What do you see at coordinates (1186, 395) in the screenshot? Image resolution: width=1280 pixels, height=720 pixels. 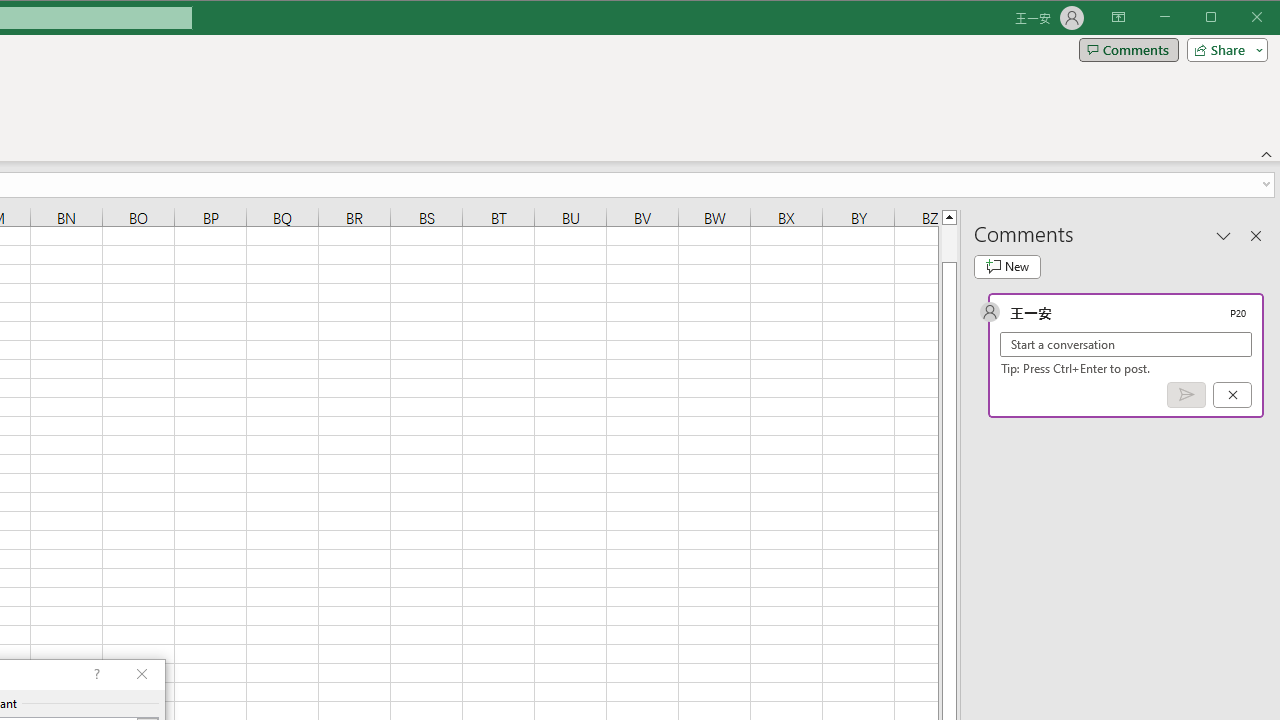 I see `'Post comment (Ctrl + Enter)'` at bounding box center [1186, 395].